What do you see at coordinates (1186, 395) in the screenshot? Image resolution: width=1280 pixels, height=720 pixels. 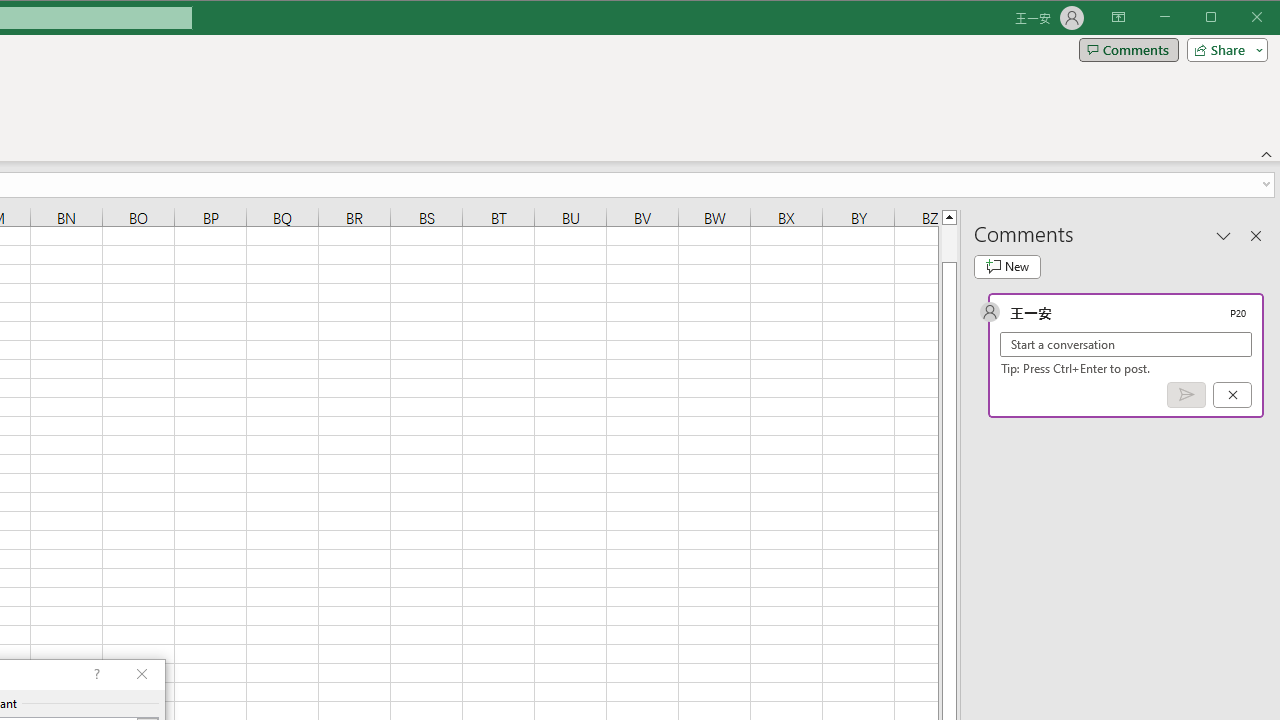 I see `'Post comment (Ctrl + Enter)'` at bounding box center [1186, 395].